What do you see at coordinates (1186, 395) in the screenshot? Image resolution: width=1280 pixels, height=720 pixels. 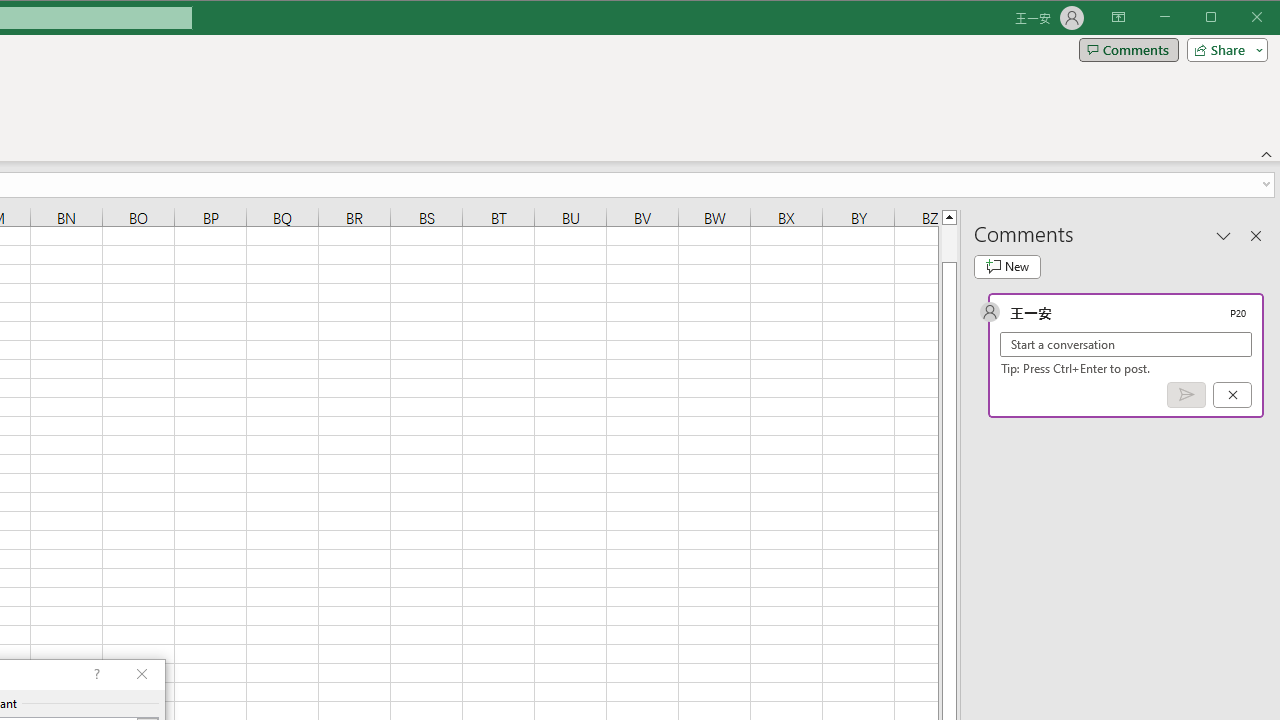 I see `'Post comment (Ctrl + Enter)'` at bounding box center [1186, 395].